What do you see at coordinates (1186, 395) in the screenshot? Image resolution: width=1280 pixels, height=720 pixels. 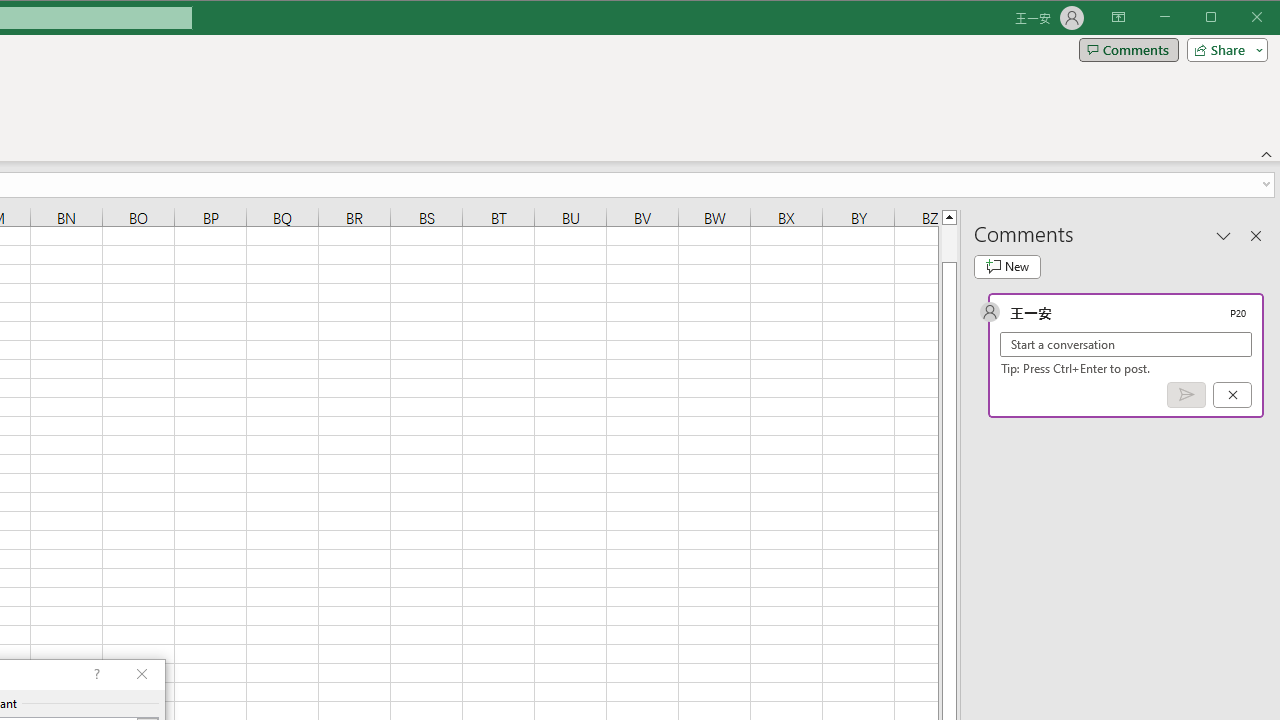 I see `'Post comment (Ctrl + Enter)'` at bounding box center [1186, 395].